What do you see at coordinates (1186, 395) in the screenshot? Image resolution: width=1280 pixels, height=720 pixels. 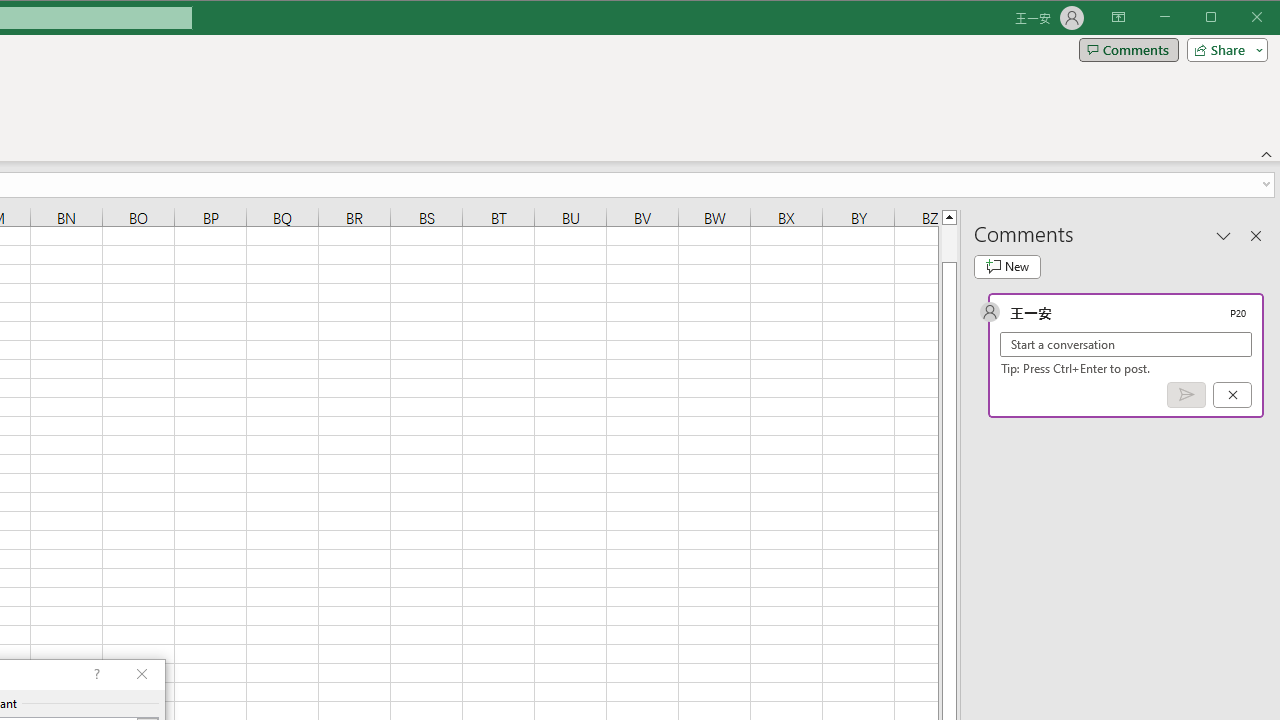 I see `'Post comment (Ctrl + Enter)'` at bounding box center [1186, 395].